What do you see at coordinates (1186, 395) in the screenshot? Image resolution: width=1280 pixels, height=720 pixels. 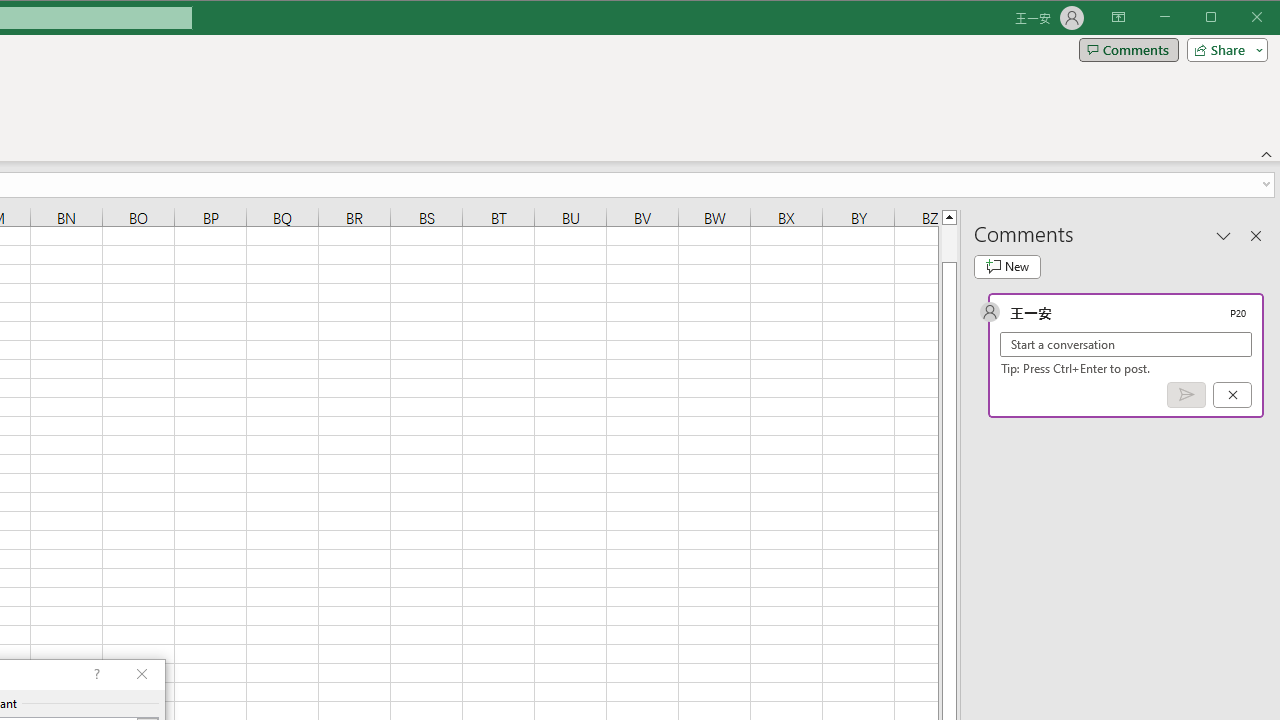 I see `'Post comment (Ctrl + Enter)'` at bounding box center [1186, 395].